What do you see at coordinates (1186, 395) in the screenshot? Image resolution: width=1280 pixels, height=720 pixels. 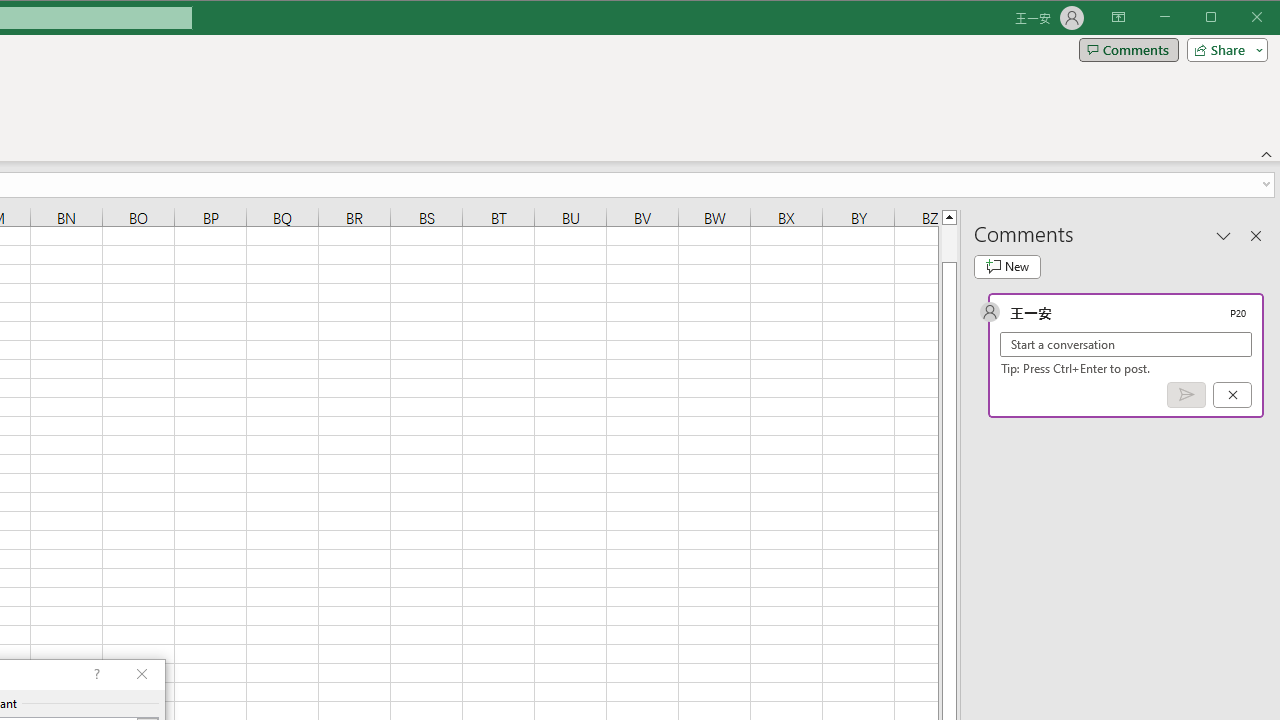 I see `'Post comment (Ctrl + Enter)'` at bounding box center [1186, 395].